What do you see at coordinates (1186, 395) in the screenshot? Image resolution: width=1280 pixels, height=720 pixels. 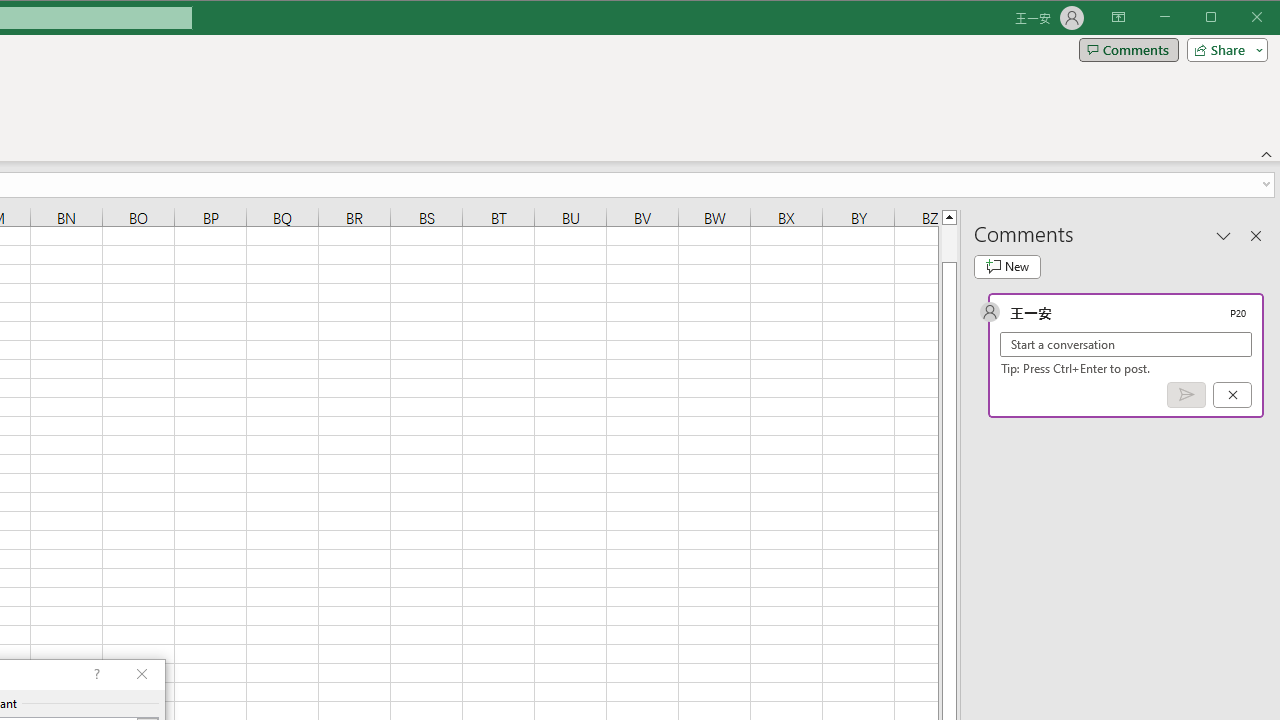 I see `'Post comment (Ctrl + Enter)'` at bounding box center [1186, 395].